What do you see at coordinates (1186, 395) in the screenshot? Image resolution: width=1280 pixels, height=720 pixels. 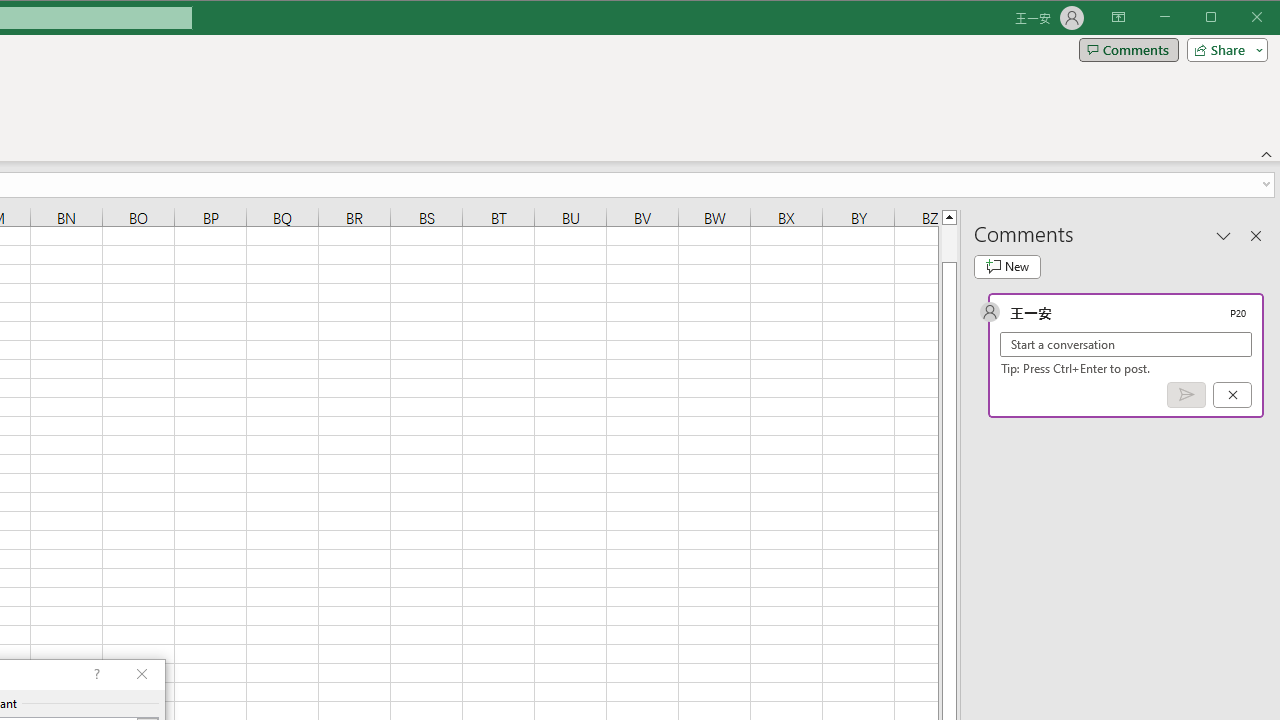 I see `'Post comment (Ctrl + Enter)'` at bounding box center [1186, 395].